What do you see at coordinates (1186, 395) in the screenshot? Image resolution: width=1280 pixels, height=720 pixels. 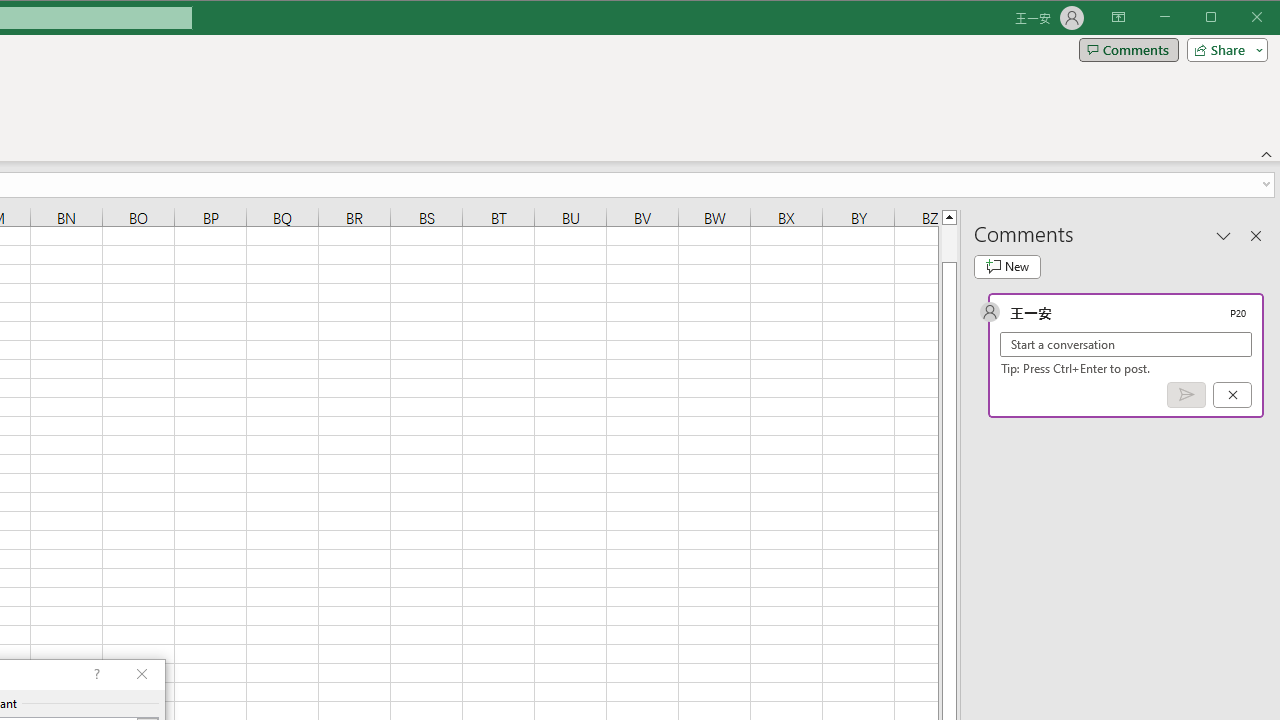 I see `'Post comment (Ctrl + Enter)'` at bounding box center [1186, 395].